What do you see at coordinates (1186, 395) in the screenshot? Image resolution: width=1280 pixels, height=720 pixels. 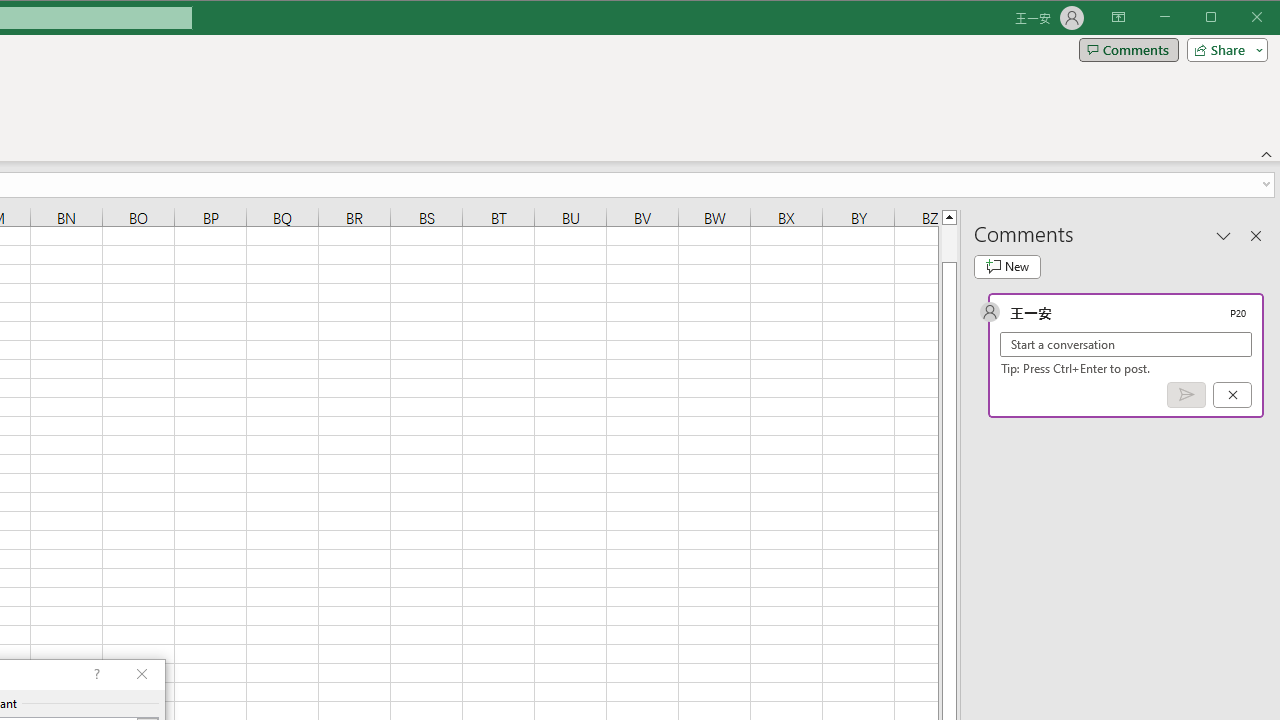 I see `'Post comment (Ctrl + Enter)'` at bounding box center [1186, 395].